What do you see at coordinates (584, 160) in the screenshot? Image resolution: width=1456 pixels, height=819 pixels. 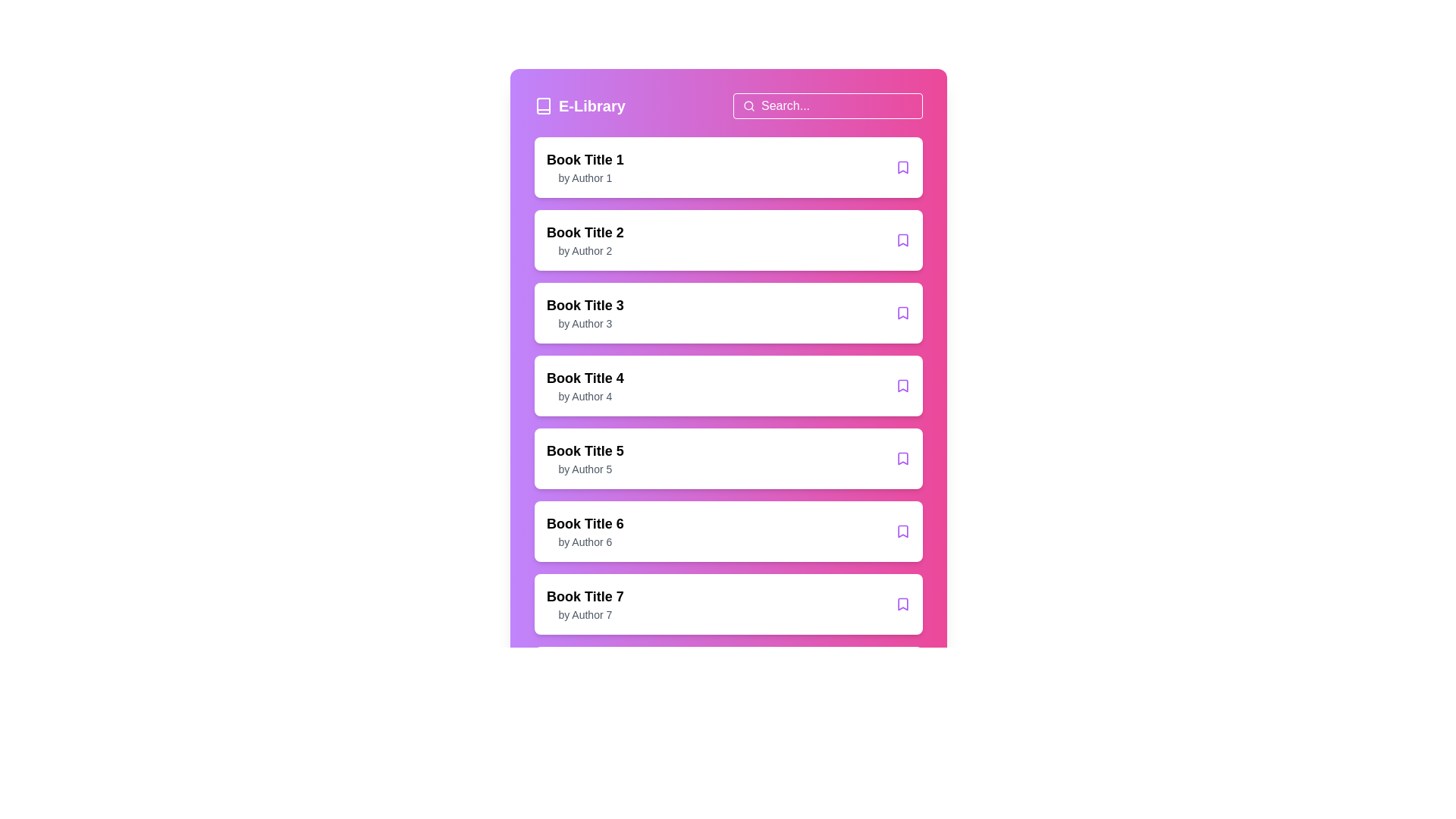 I see `the text label displaying 'Book Title 1', which is the first text in a group and styled with a bold and large font, to select the text` at bounding box center [584, 160].